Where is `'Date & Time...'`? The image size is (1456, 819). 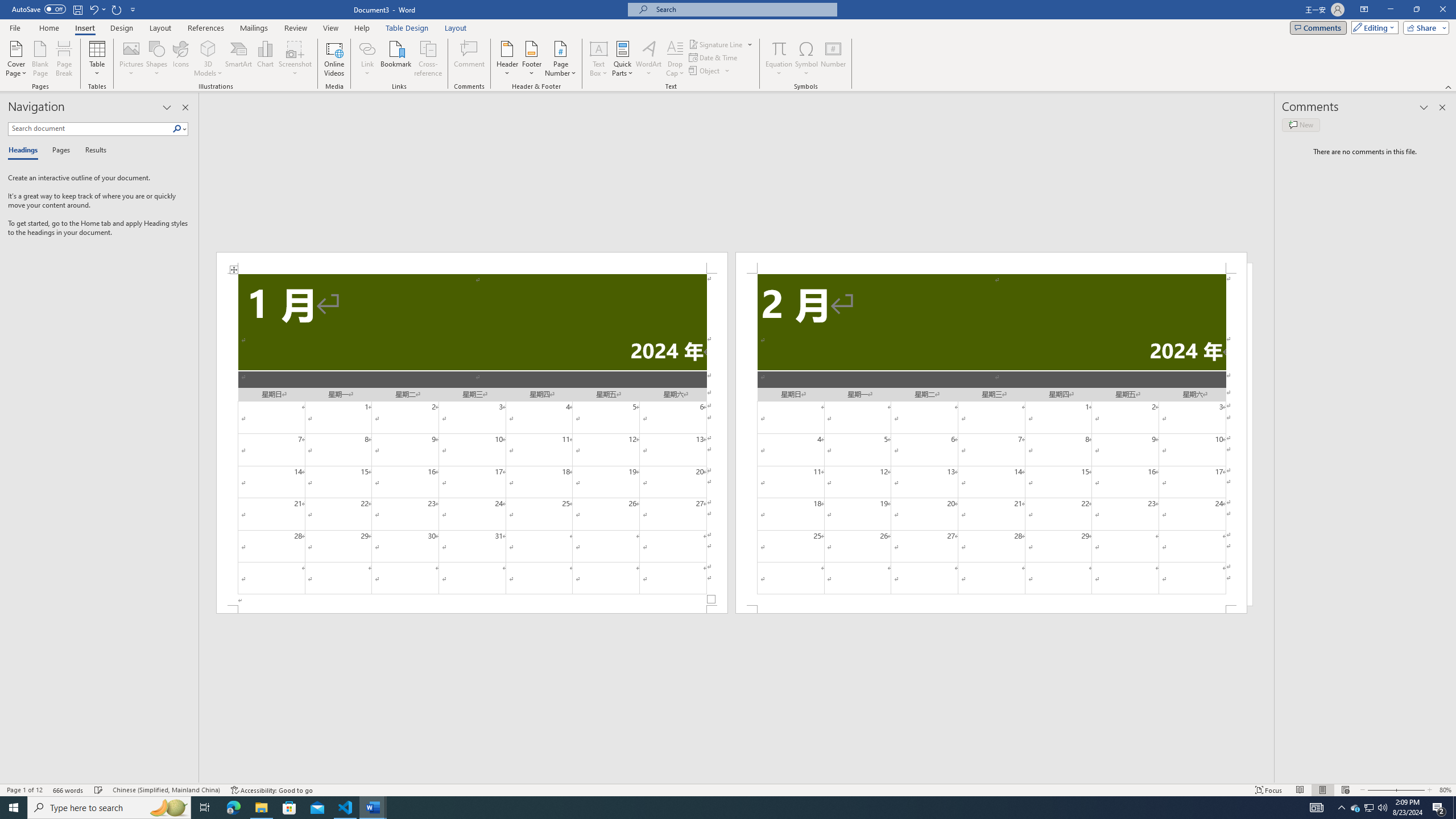
'Date & Time...' is located at coordinates (714, 56).